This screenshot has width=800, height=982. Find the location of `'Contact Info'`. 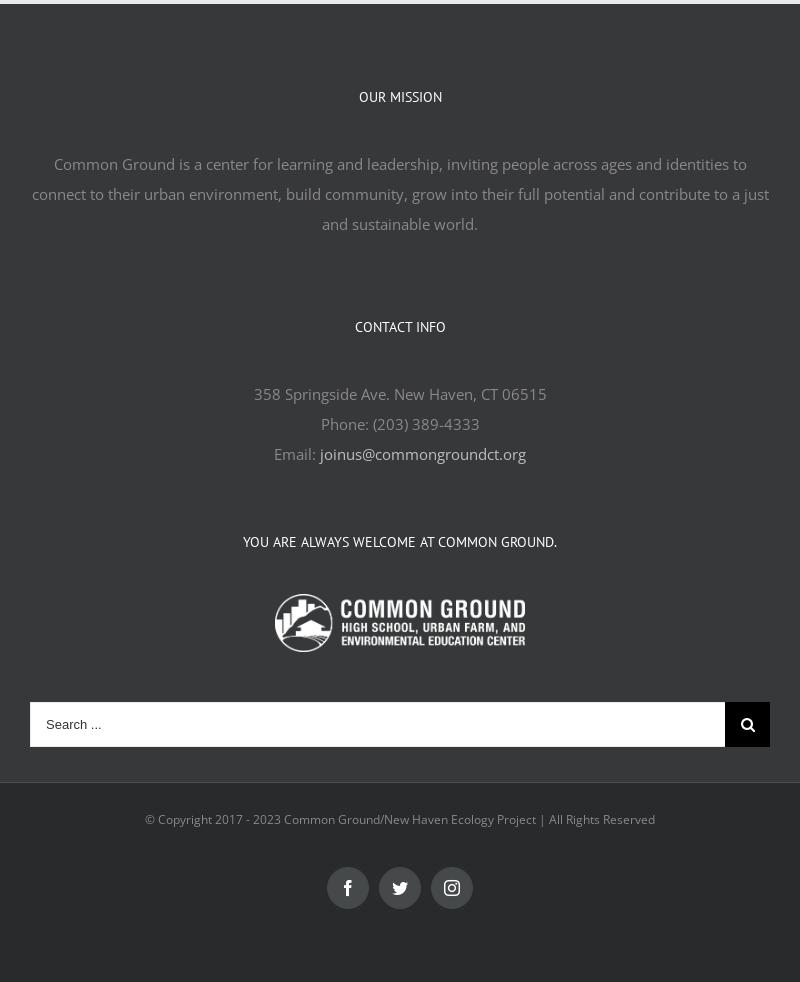

'Contact Info' is located at coordinates (398, 327).